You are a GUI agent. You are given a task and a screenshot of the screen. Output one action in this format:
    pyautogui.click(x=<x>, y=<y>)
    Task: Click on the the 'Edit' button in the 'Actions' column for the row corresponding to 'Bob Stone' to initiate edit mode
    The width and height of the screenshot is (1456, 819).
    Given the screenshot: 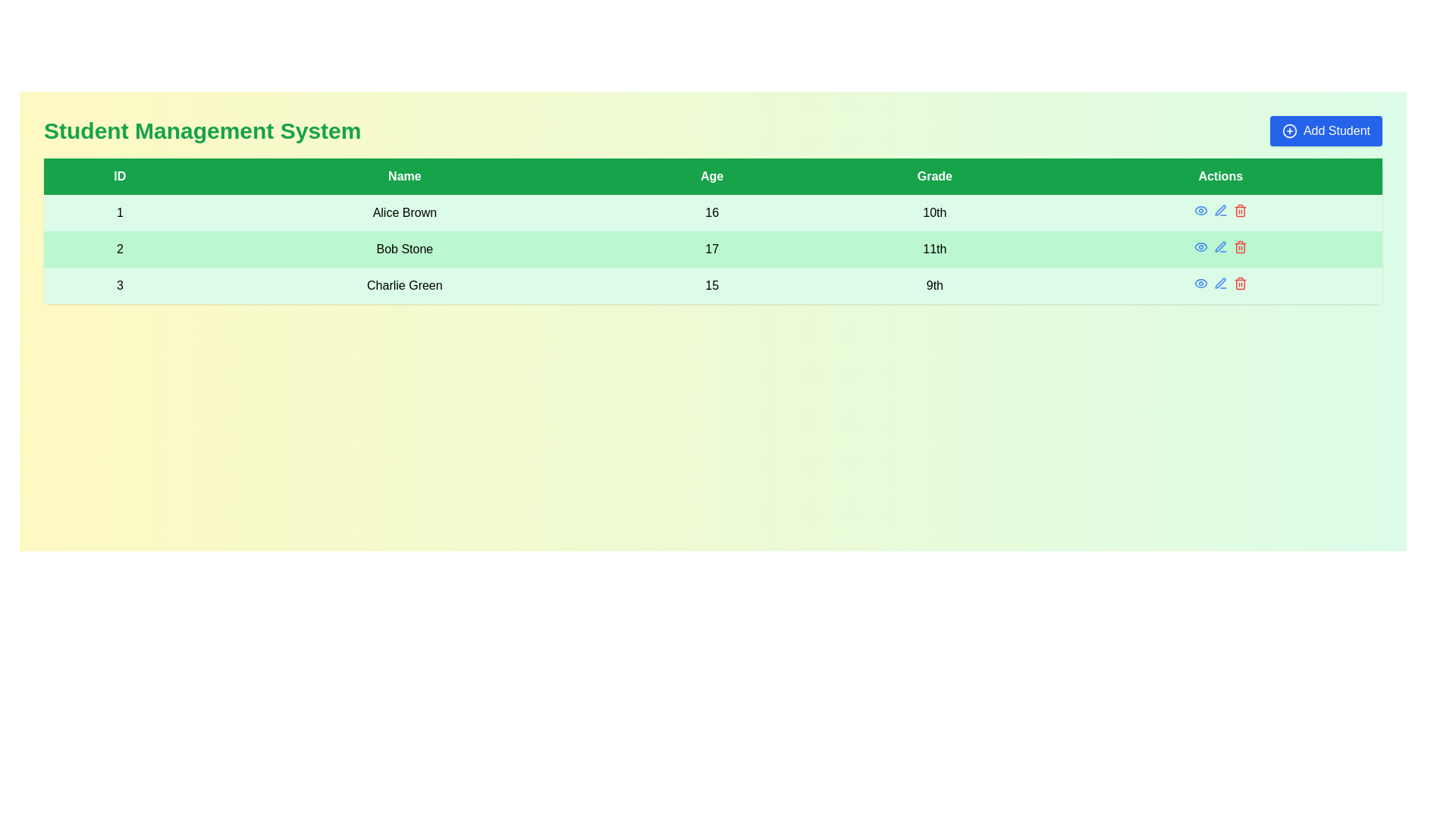 What is the action you would take?
    pyautogui.click(x=1220, y=246)
    